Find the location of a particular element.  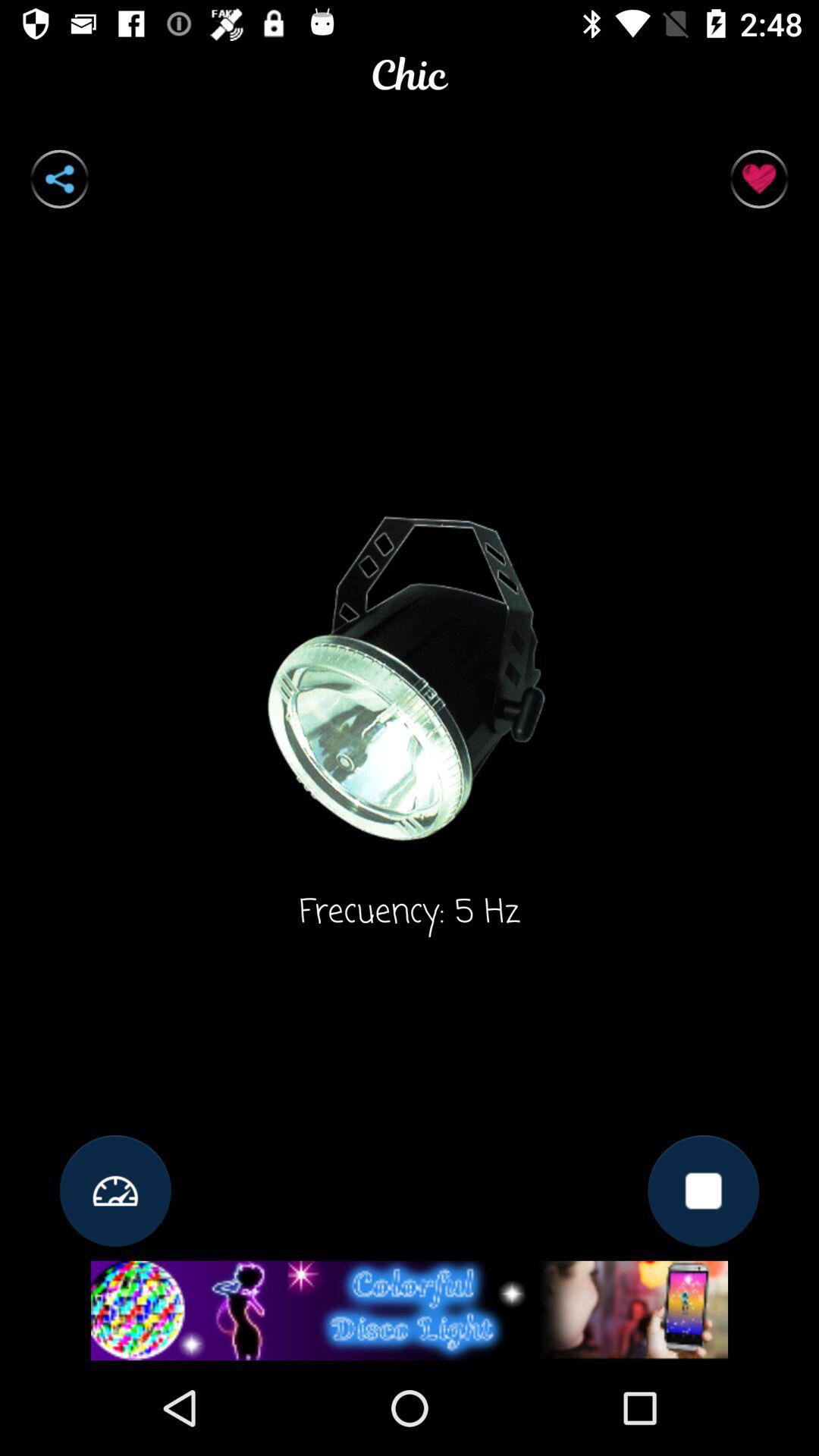

the favorite icon is located at coordinates (759, 179).